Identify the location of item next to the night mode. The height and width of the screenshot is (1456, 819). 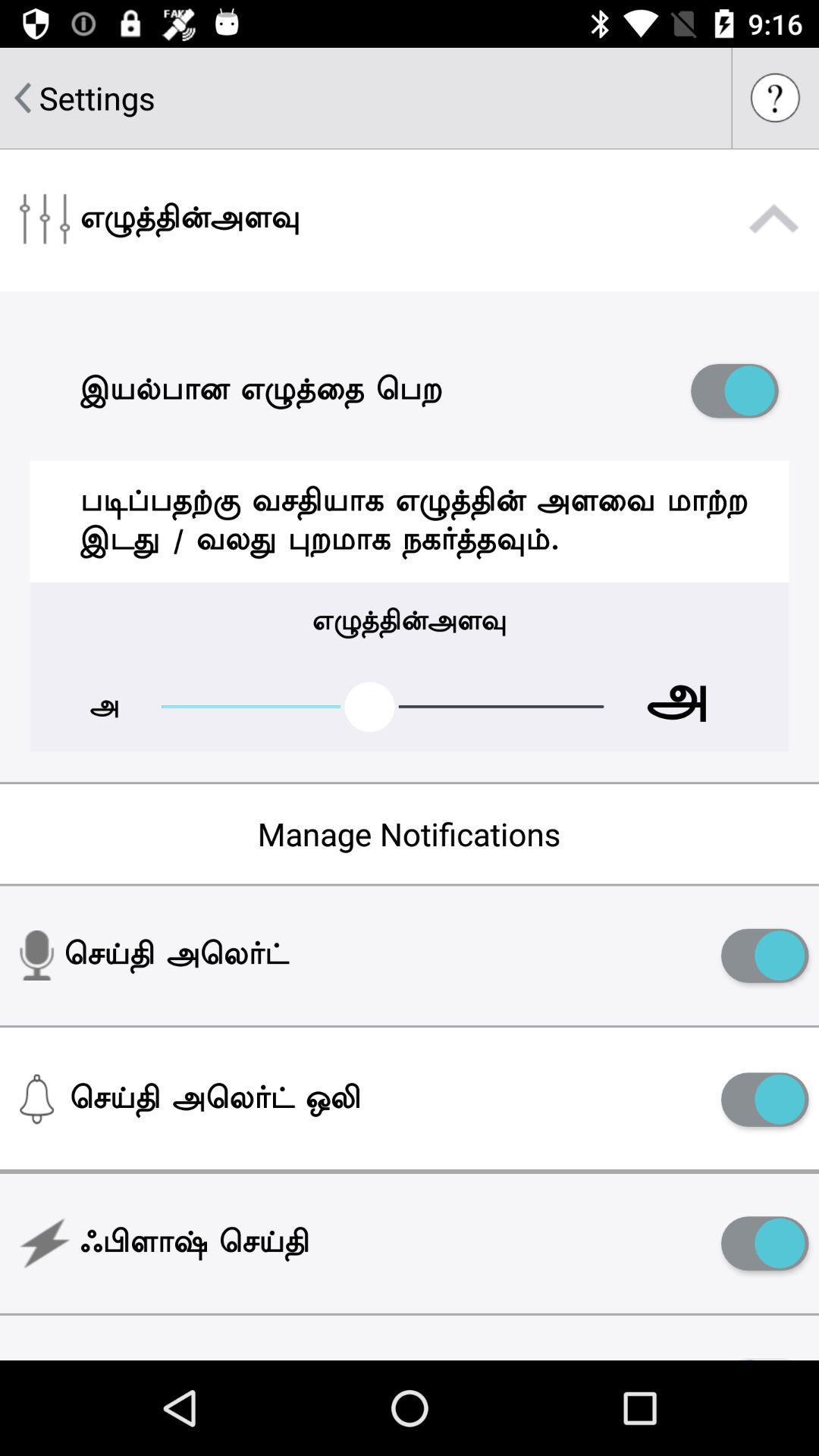
(764, 1355).